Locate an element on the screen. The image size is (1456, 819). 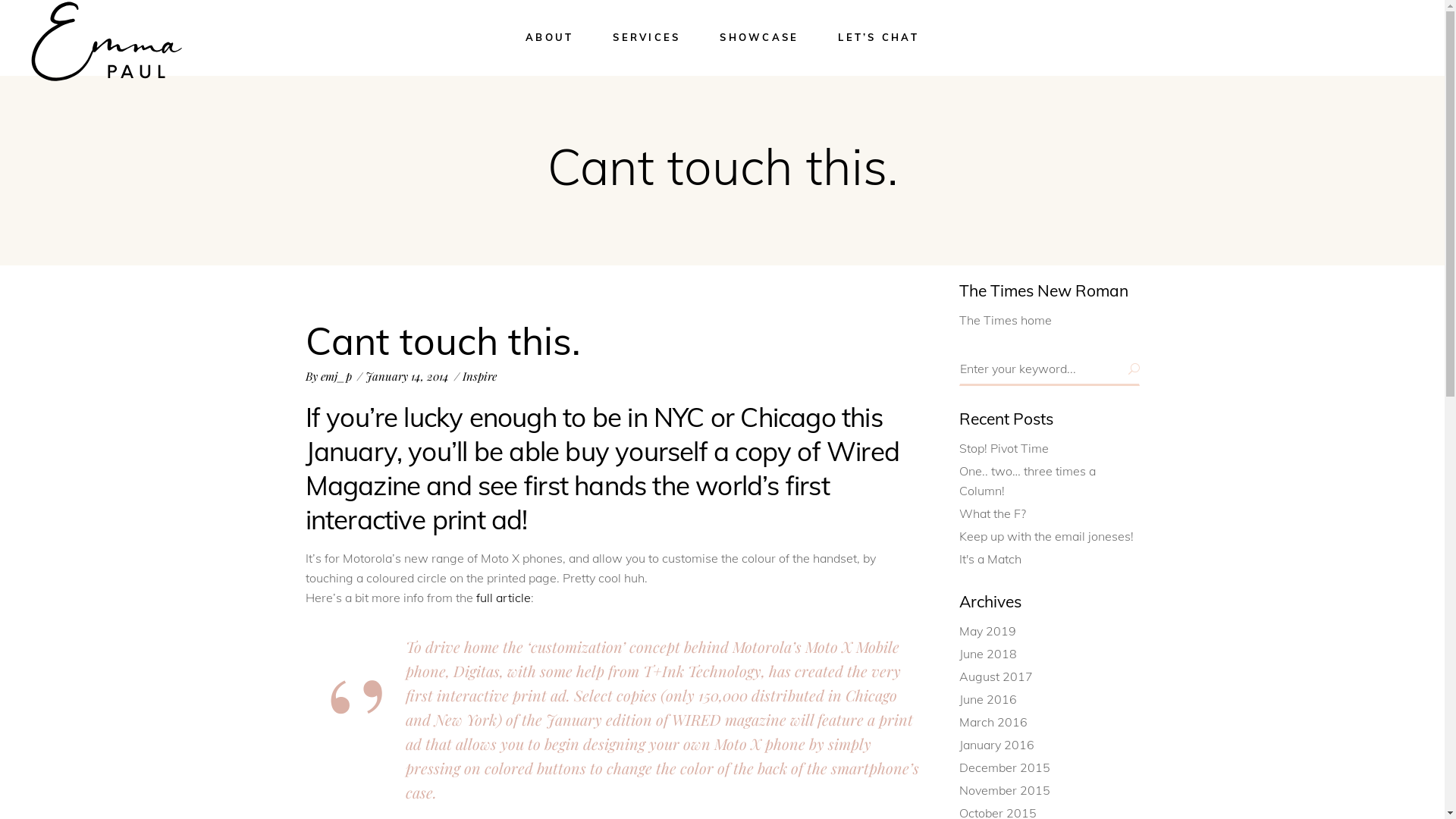
'SHOWCASE' is located at coordinates (759, 37).